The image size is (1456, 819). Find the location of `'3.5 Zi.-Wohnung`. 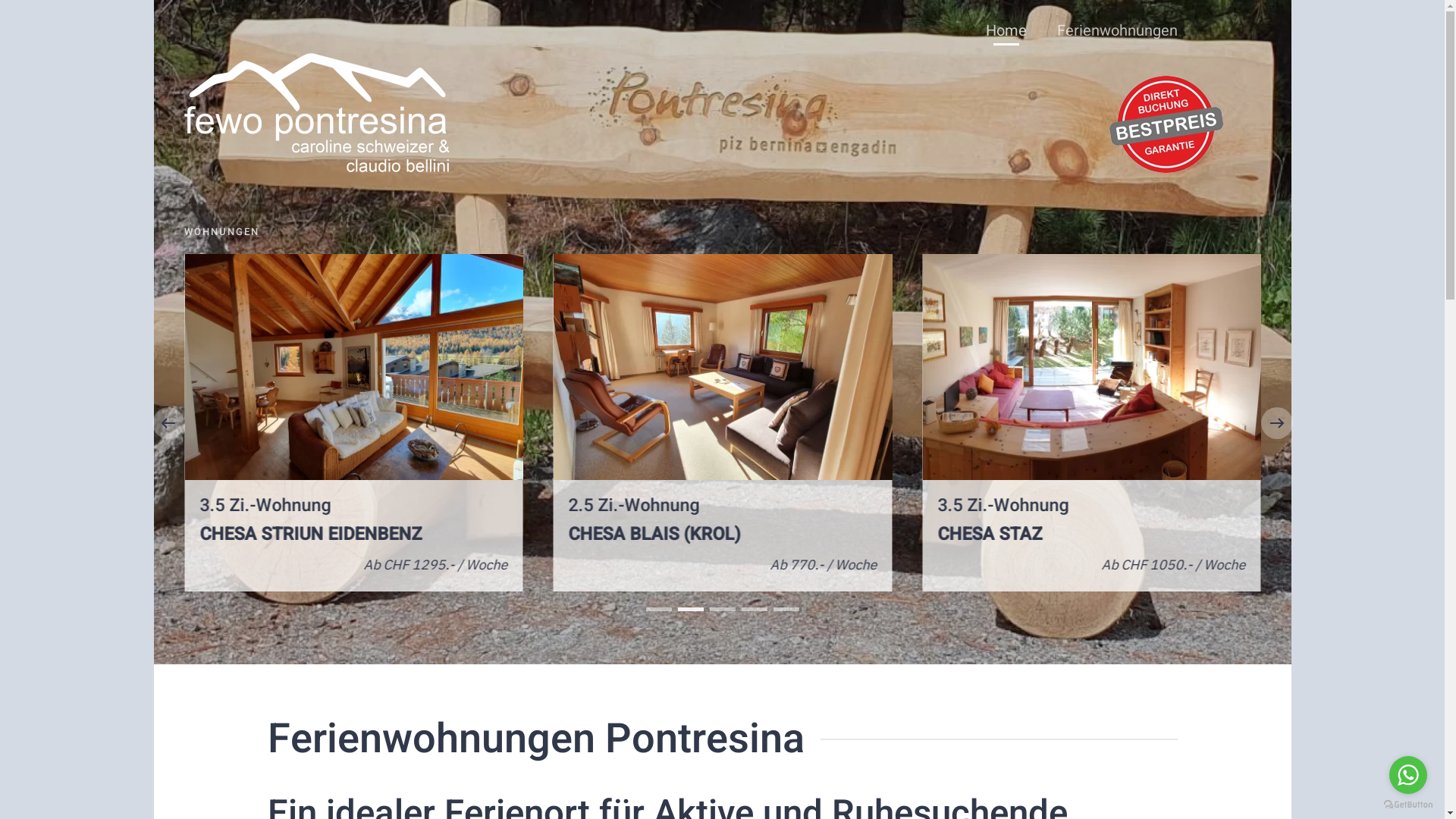

'3.5 Zi.-Wohnung is located at coordinates (1090, 422).